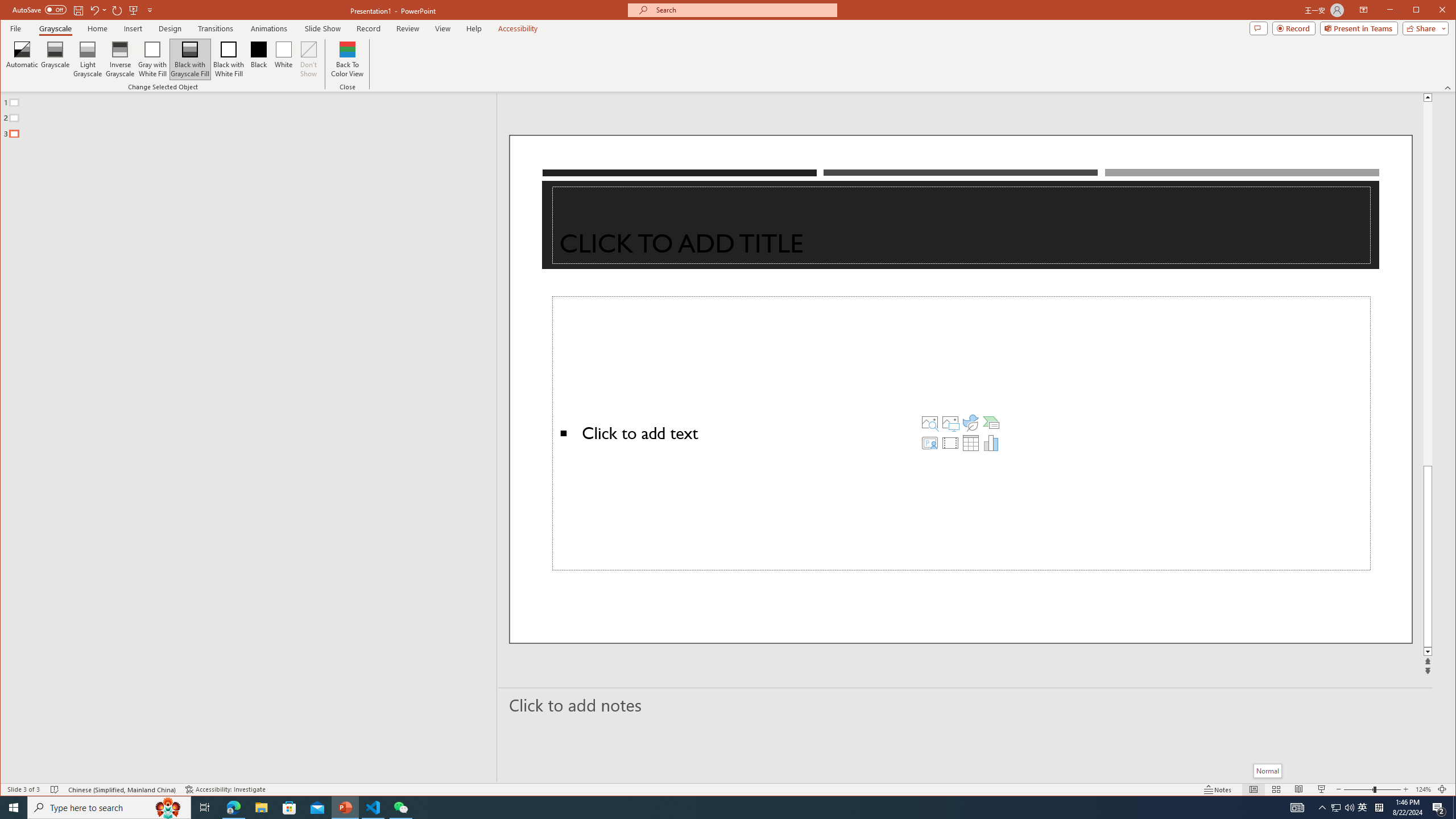  I want to click on 'Zoom 124%', so click(1423, 789).